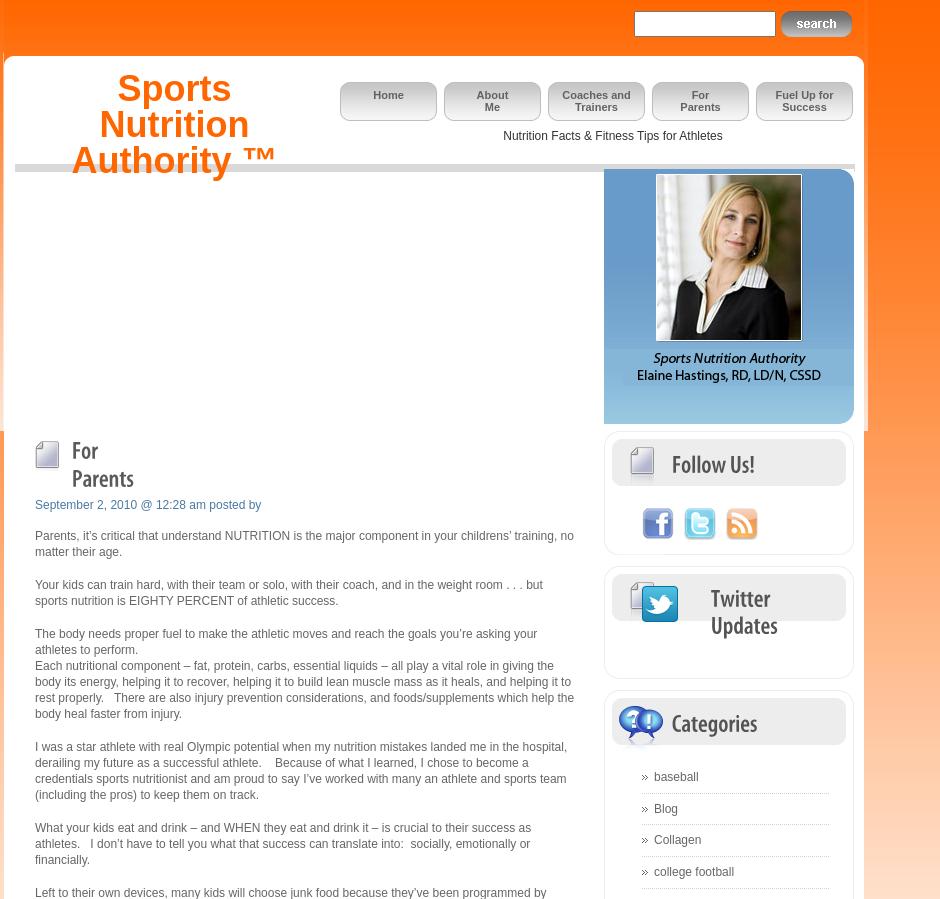  What do you see at coordinates (285, 639) in the screenshot?
I see `'The body needs proper fuel to make the athletic moves and reach the goals you’re asking your athletes to perform.'` at bounding box center [285, 639].